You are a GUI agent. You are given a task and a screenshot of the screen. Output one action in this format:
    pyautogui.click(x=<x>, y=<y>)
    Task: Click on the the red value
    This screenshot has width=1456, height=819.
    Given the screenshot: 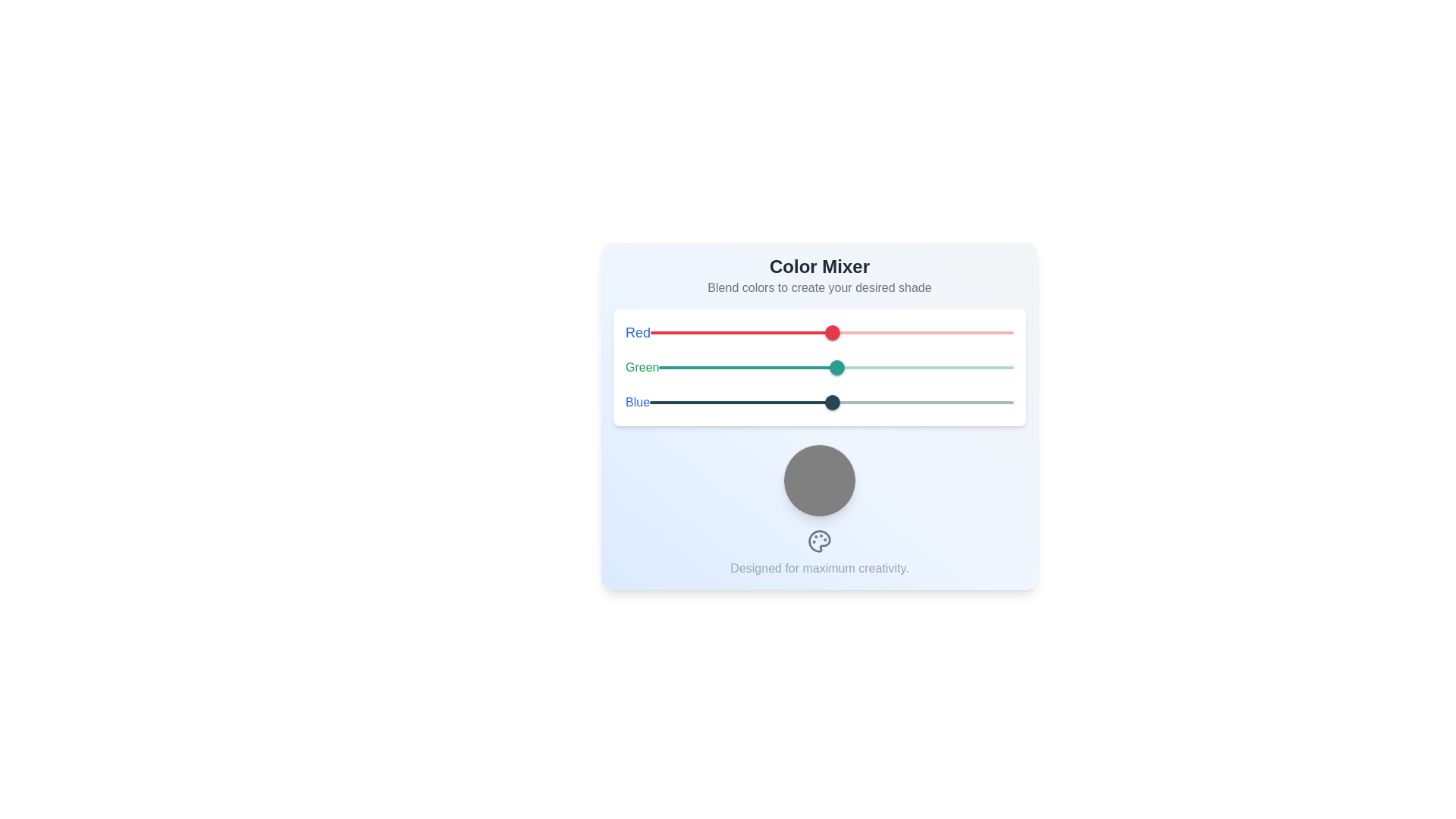 What is the action you would take?
    pyautogui.click(x=839, y=332)
    